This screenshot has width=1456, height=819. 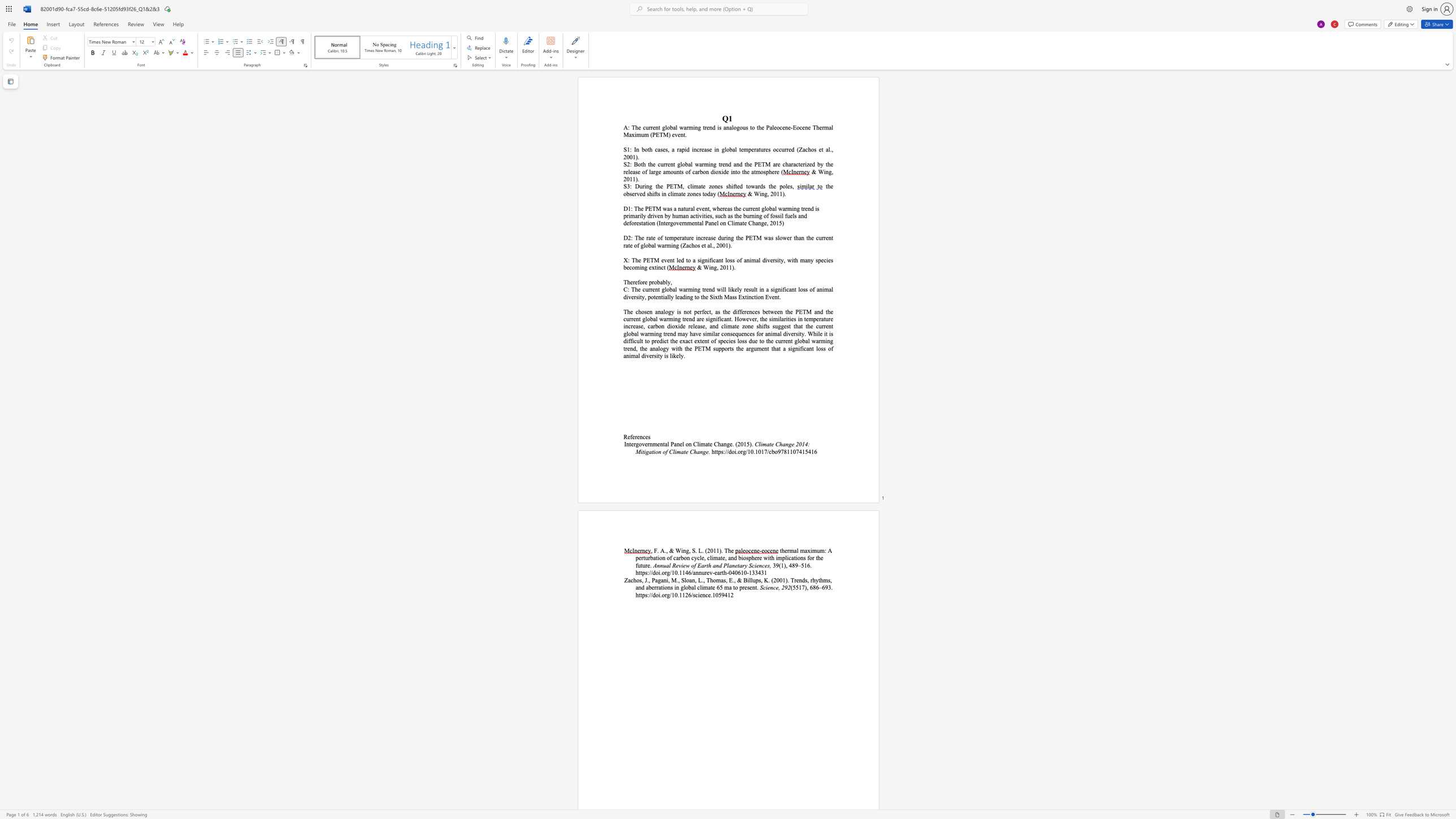 What do you see at coordinates (749, 149) in the screenshot?
I see `the 2th character "p" in the text` at bounding box center [749, 149].